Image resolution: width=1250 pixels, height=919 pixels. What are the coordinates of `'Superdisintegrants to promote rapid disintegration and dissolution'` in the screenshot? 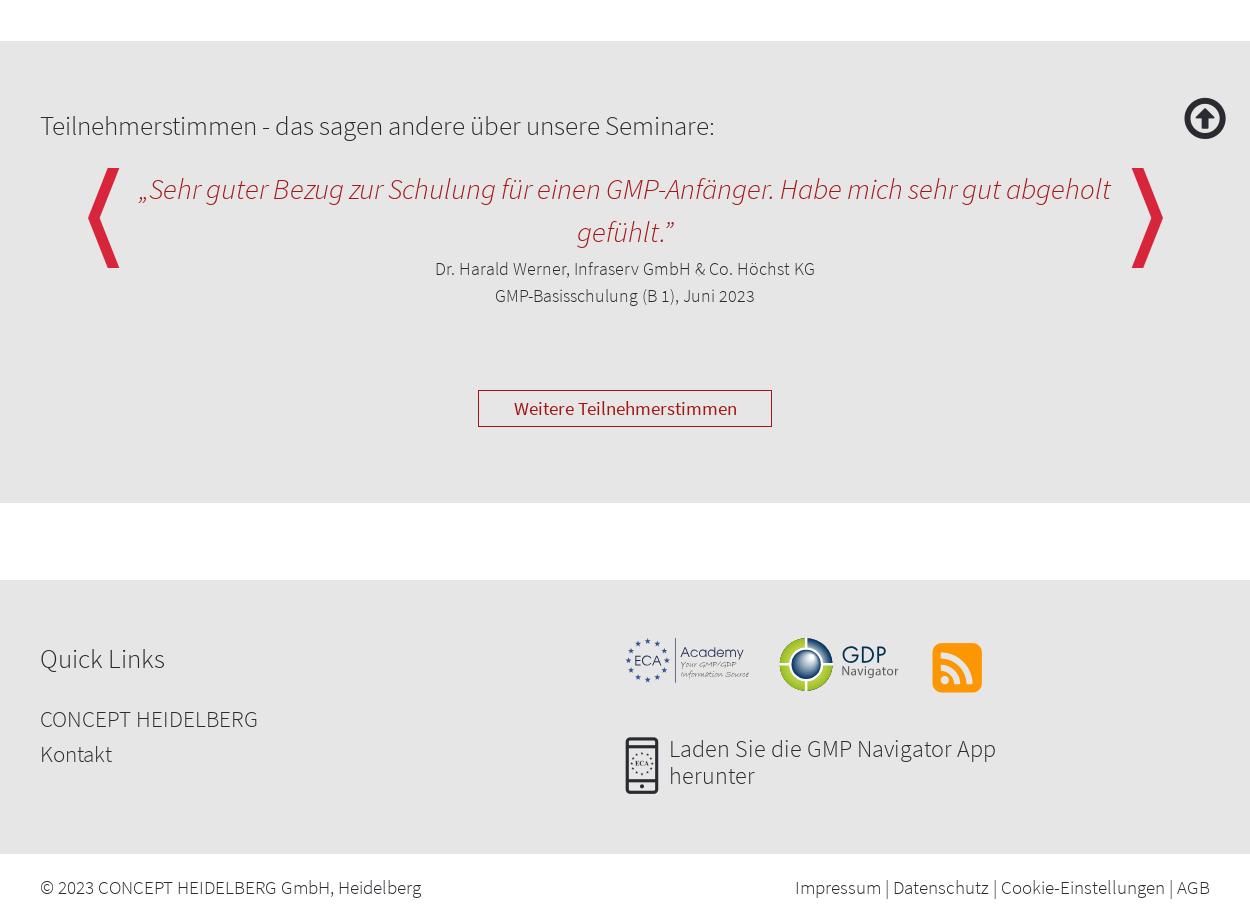 It's located at (309, 130).